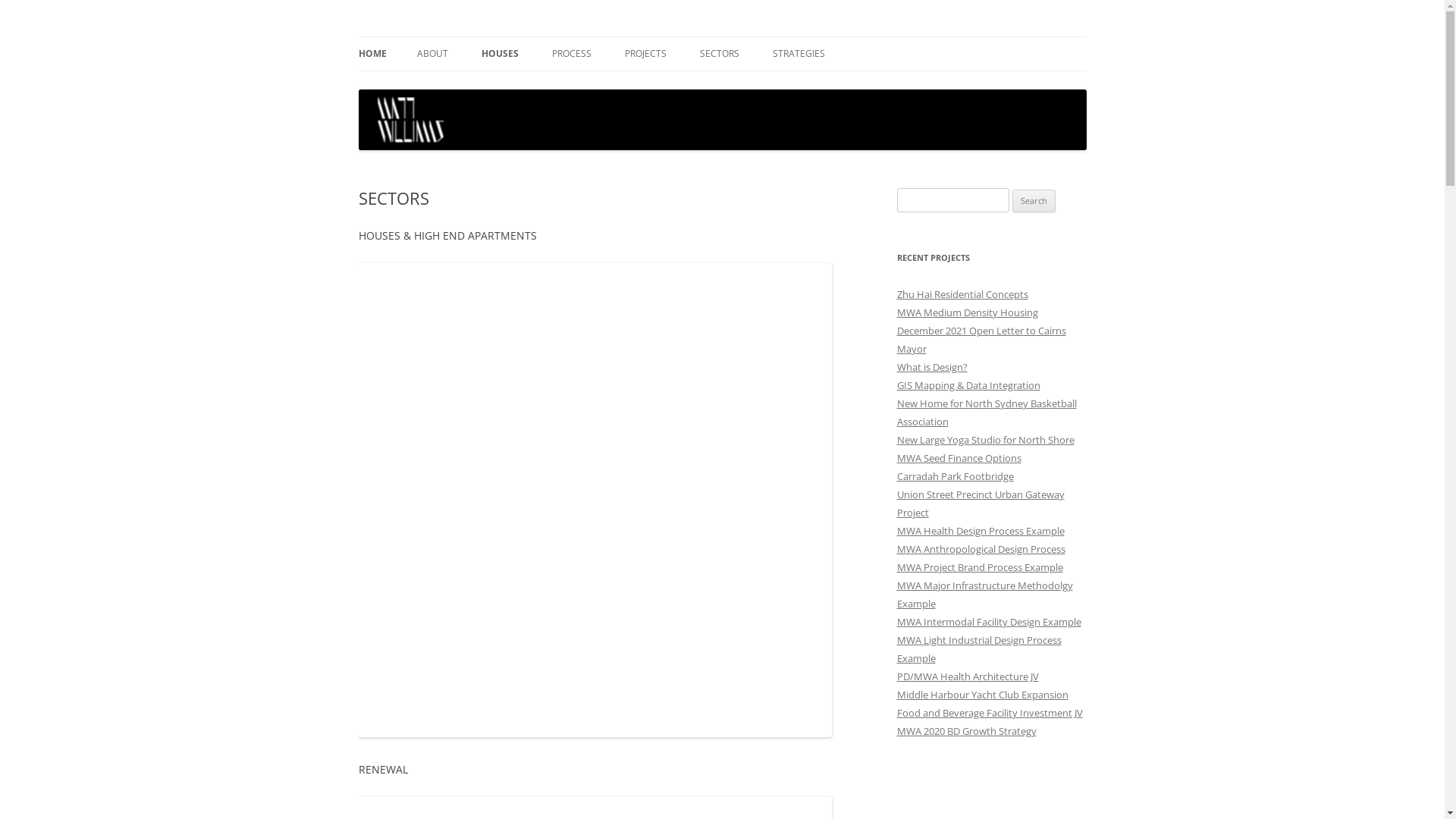  Describe the element at coordinates (1033, 200) in the screenshot. I see `'Search'` at that location.